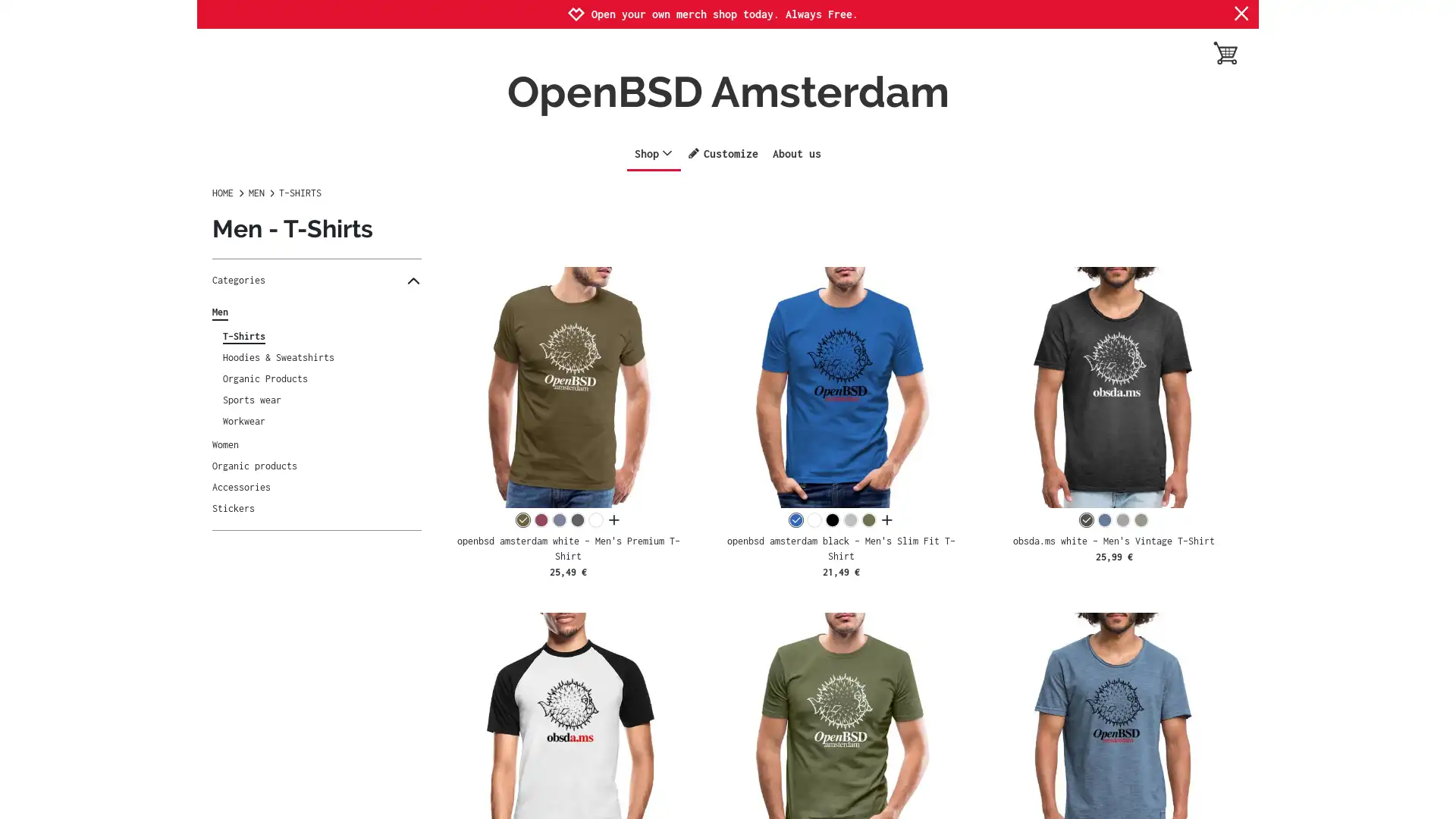 The height and width of the screenshot is (819, 1456). What do you see at coordinates (795, 519) in the screenshot?
I see `royal blue` at bounding box center [795, 519].